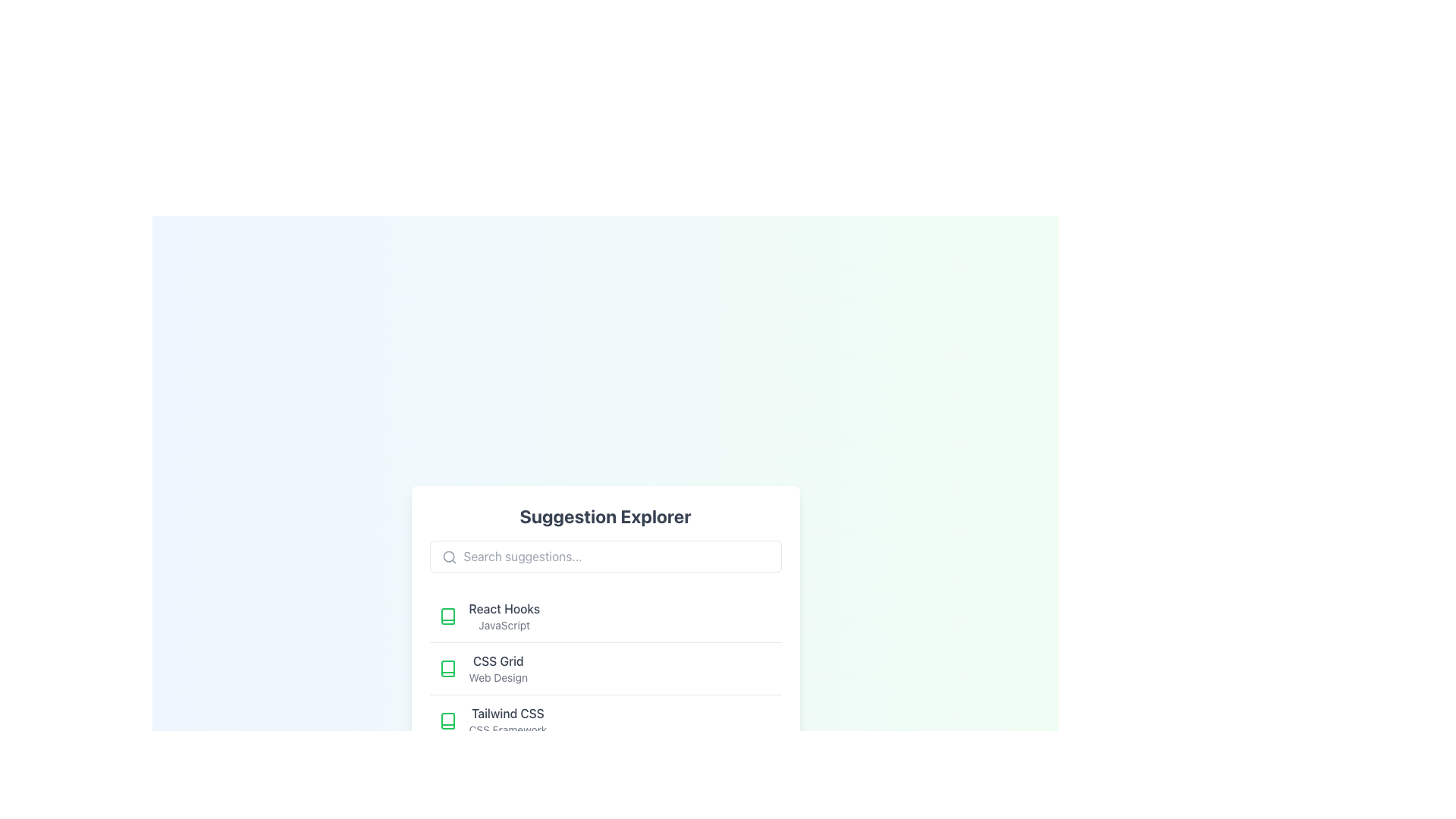 The image size is (1456, 819). What do you see at coordinates (504, 626) in the screenshot?
I see `text label displaying 'JavaScript' in gray font, located beneath 'React Hooks' in the Suggestion Explorer interface` at bounding box center [504, 626].